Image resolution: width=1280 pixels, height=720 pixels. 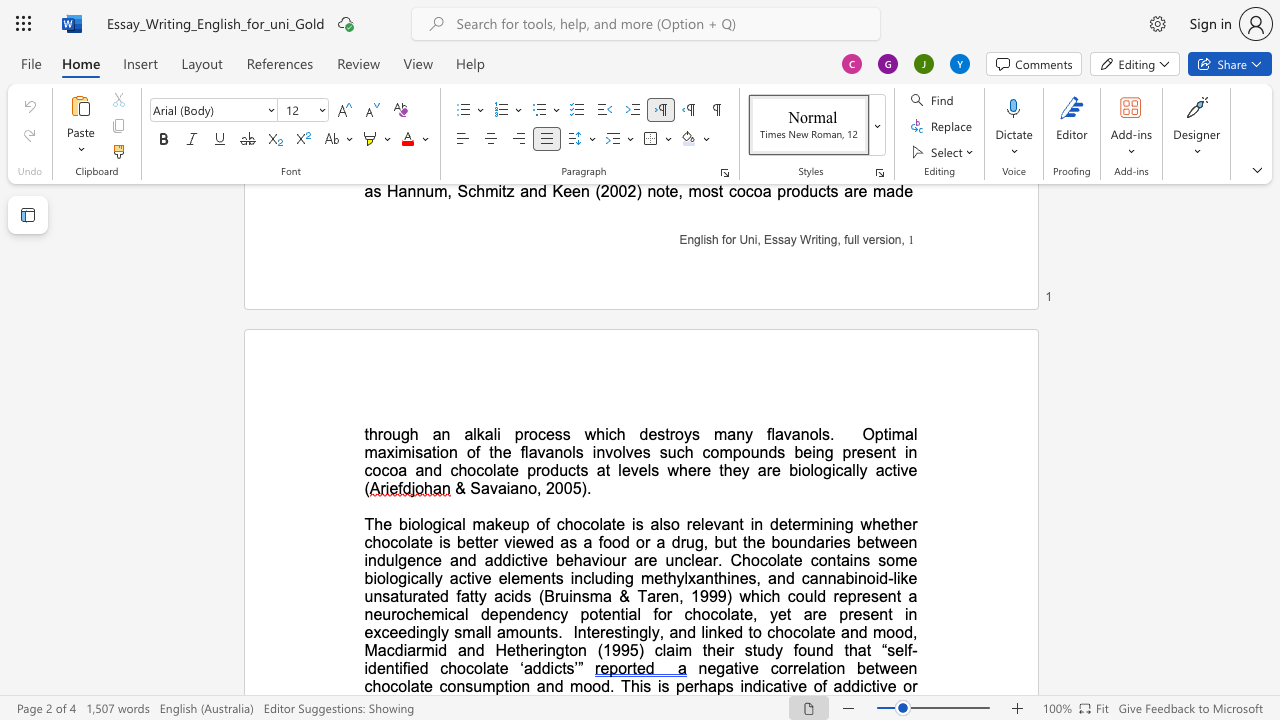 What do you see at coordinates (780, 685) in the screenshot?
I see `the space between the continuous character "a" and "t" in the text` at bounding box center [780, 685].